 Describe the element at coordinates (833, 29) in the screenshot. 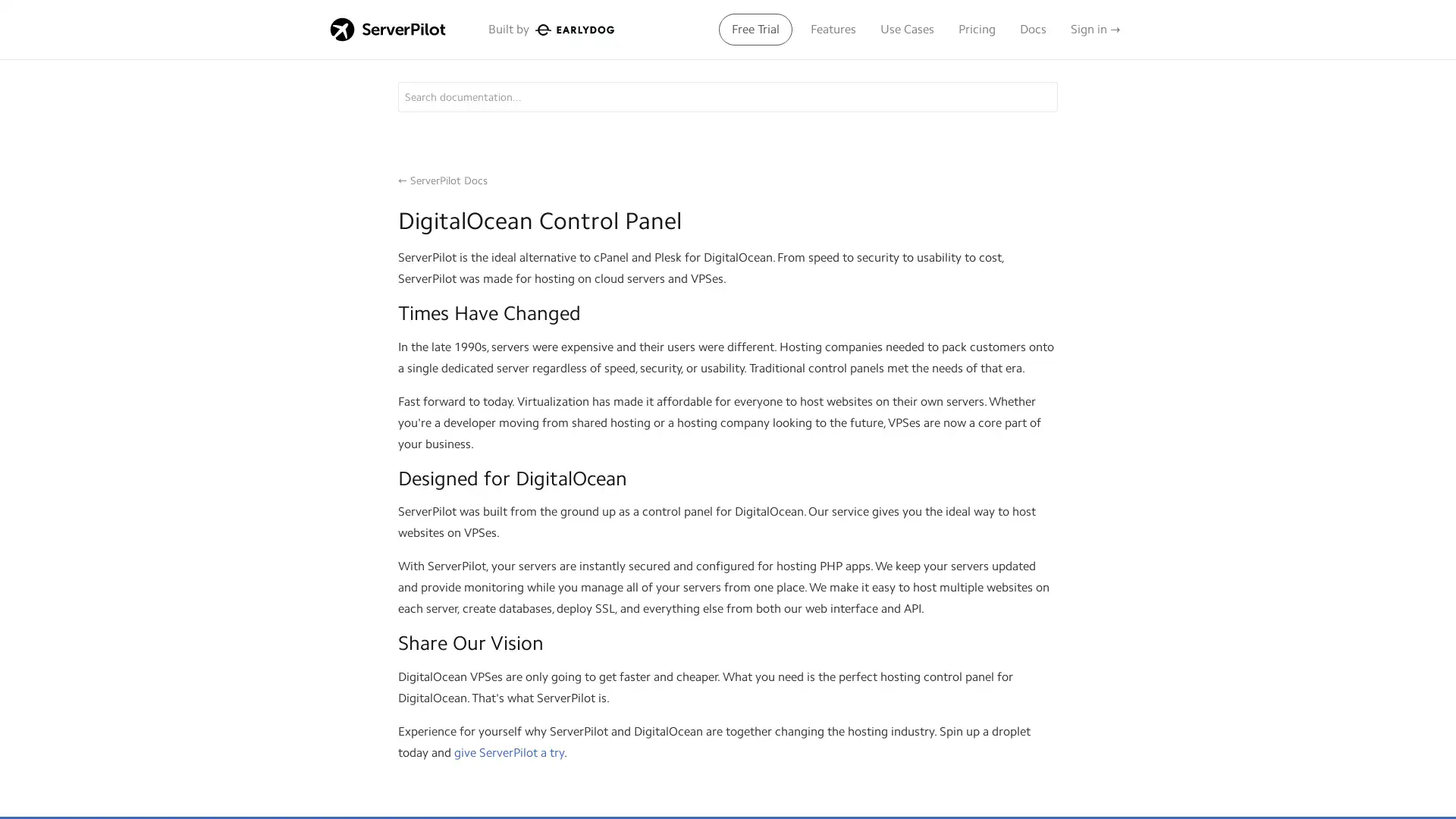

I see `Features` at that location.